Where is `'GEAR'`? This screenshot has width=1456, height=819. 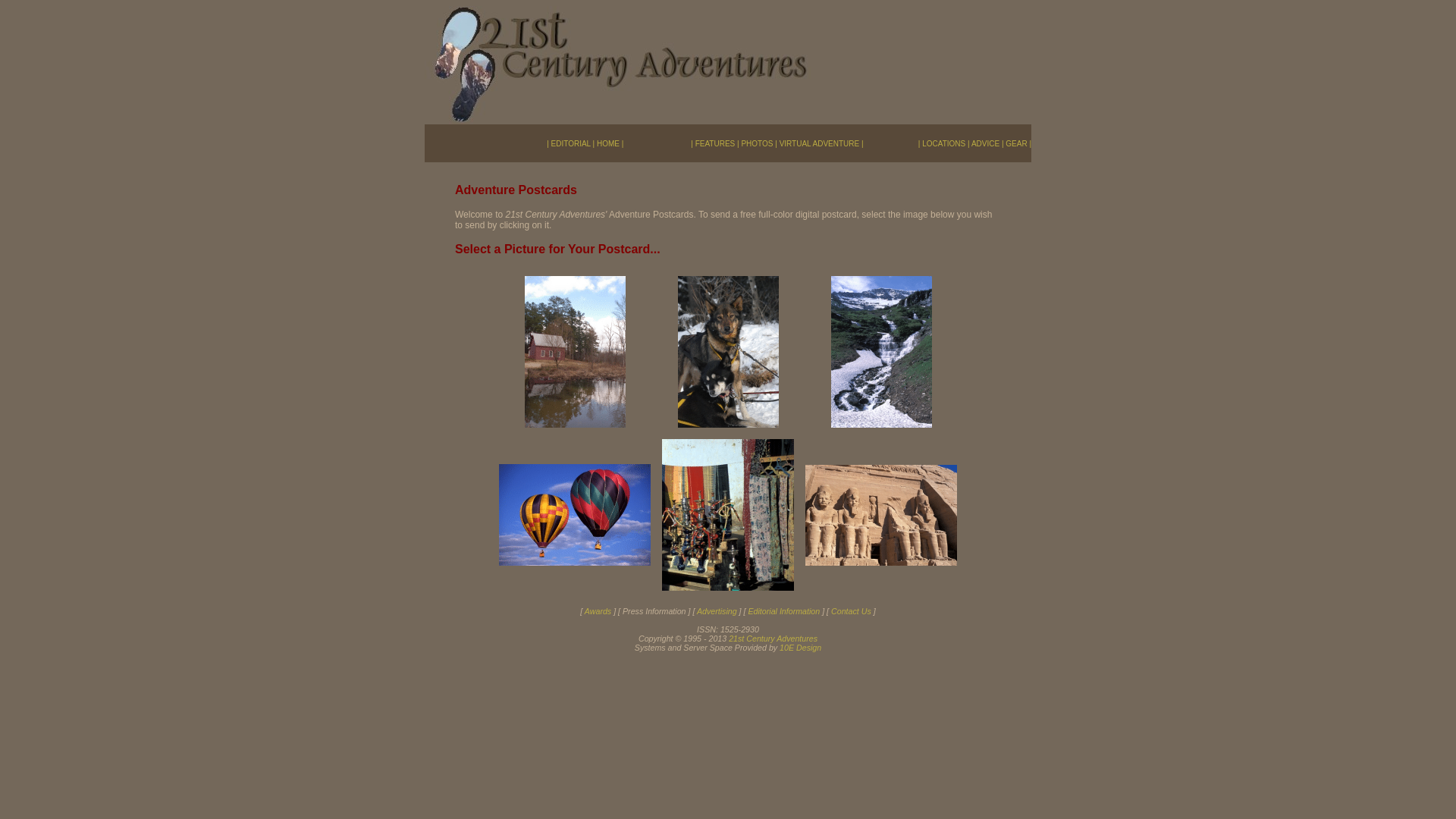
'GEAR' is located at coordinates (1005, 143).